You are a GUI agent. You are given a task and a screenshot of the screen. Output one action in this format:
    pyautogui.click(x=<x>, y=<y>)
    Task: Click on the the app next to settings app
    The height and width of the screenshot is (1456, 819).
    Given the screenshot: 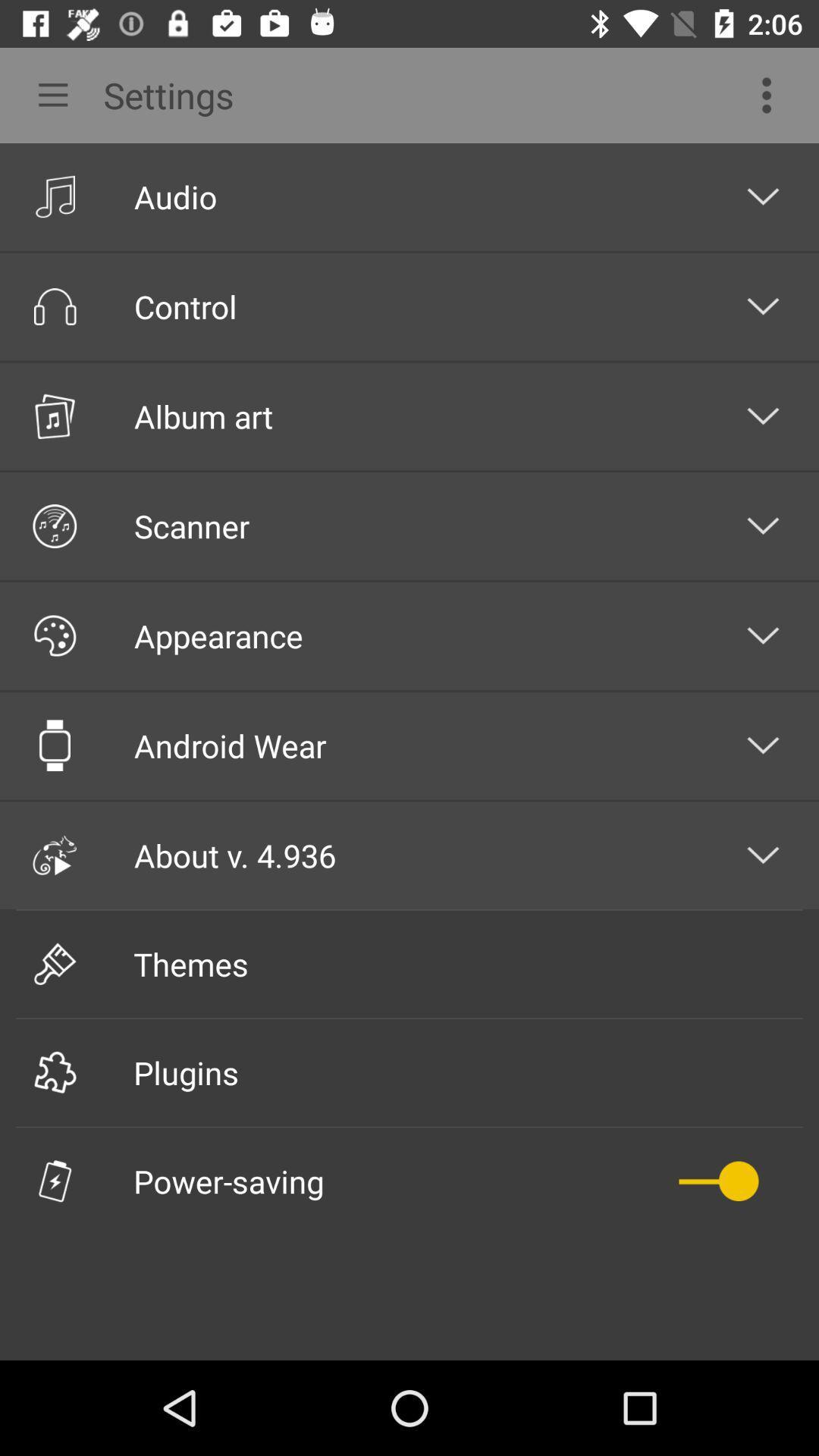 What is the action you would take?
    pyautogui.click(x=46, y=94)
    